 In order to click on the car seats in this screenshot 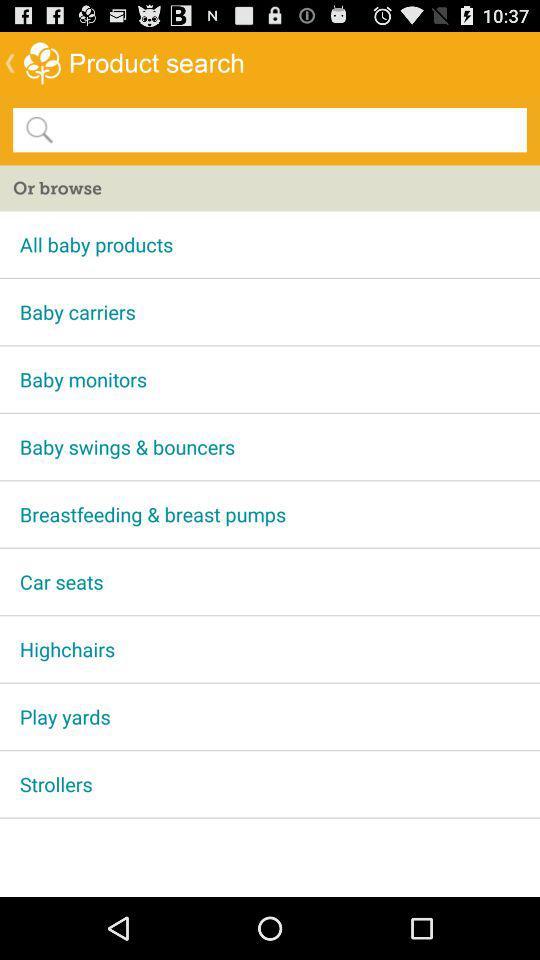, I will do `click(270, 581)`.